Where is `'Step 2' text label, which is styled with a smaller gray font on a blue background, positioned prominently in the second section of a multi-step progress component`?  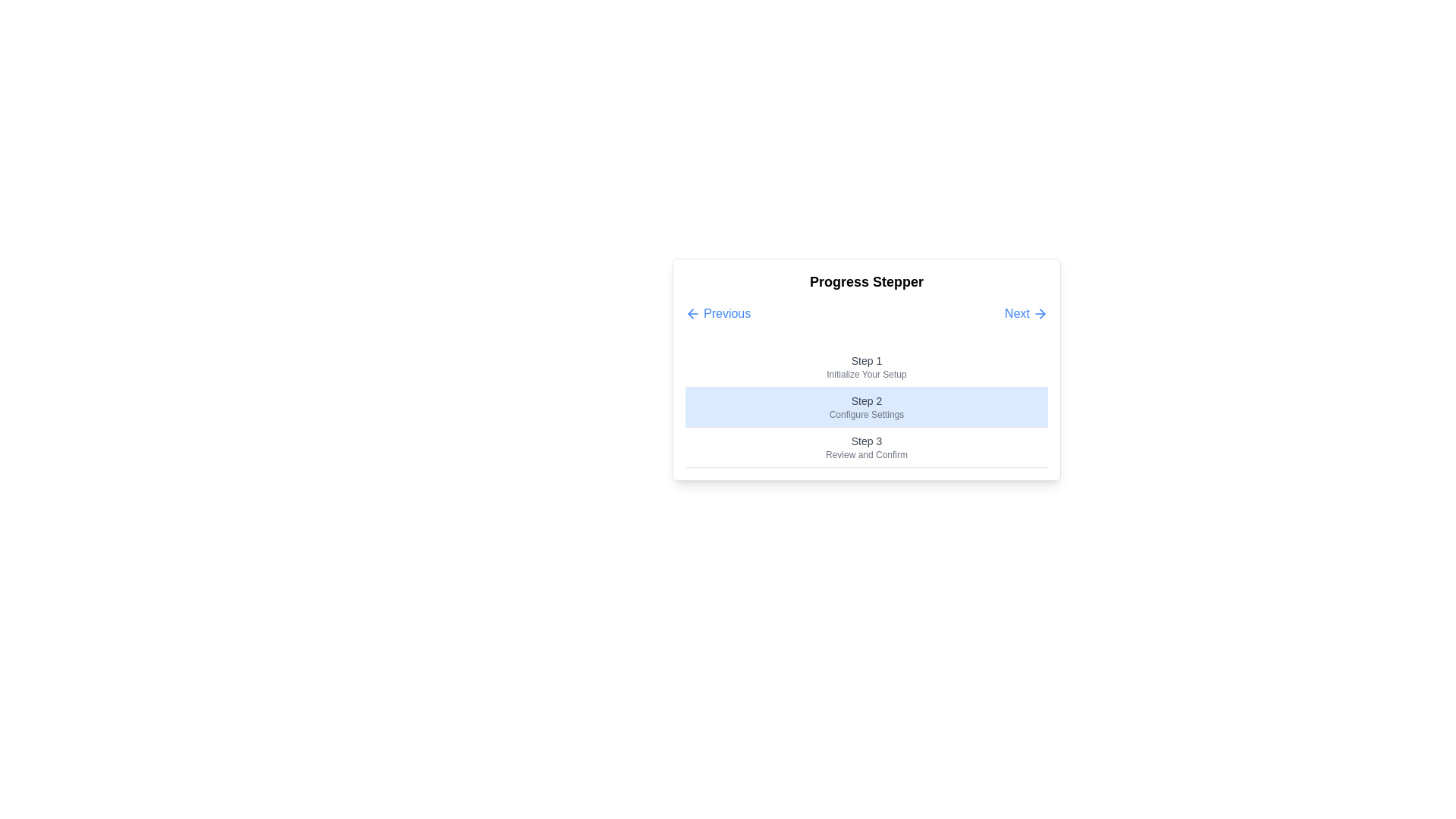 'Step 2' text label, which is styled with a smaller gray font on a blue background, positioned prominently in the second section of a multi-step progress component is located at coordinates (866, 400).